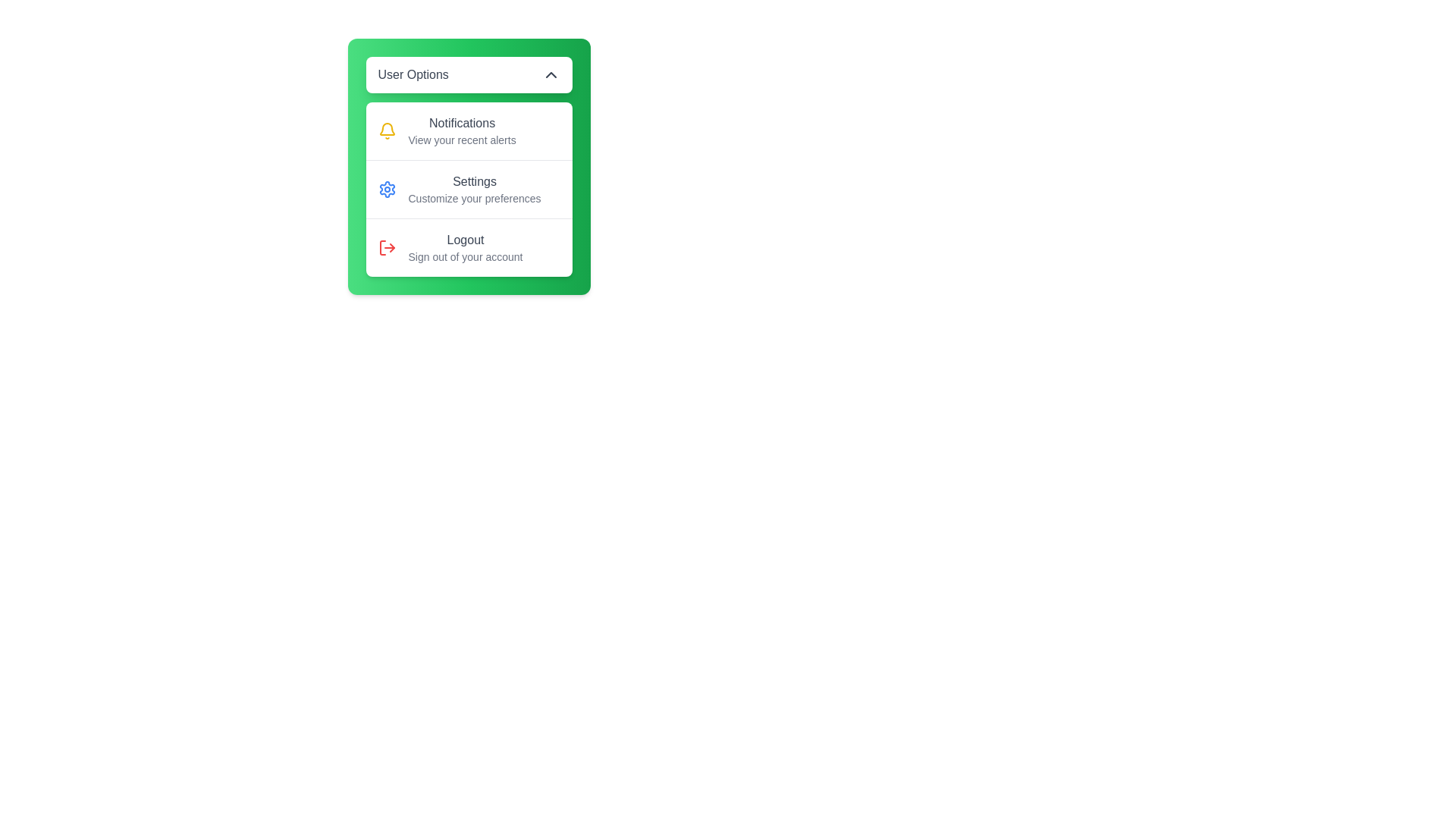 Image resolution: width=1456 pixels, height=819 pixels. What do you see at coordinates (465, 247) in the screenshot?
I see `the 'Logout' text label in the green pop-up menu to initiate the logout process` at bounding box center [465, 247].